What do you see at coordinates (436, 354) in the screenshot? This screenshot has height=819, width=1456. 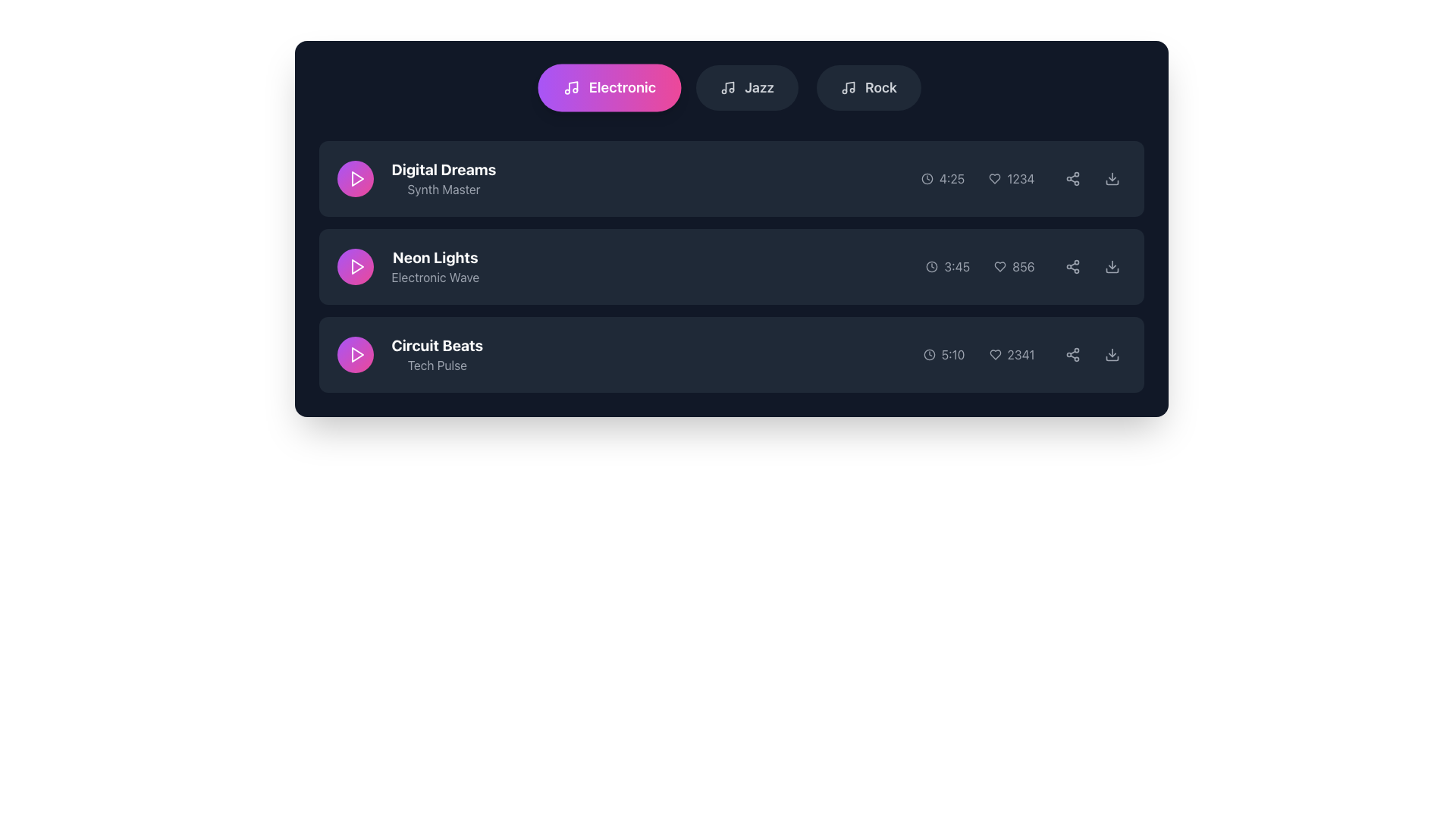 I see `the text label that serves as the title for the music track, located in the last row of the music track list, to the right of the play button` at bounding box center [436, 354].